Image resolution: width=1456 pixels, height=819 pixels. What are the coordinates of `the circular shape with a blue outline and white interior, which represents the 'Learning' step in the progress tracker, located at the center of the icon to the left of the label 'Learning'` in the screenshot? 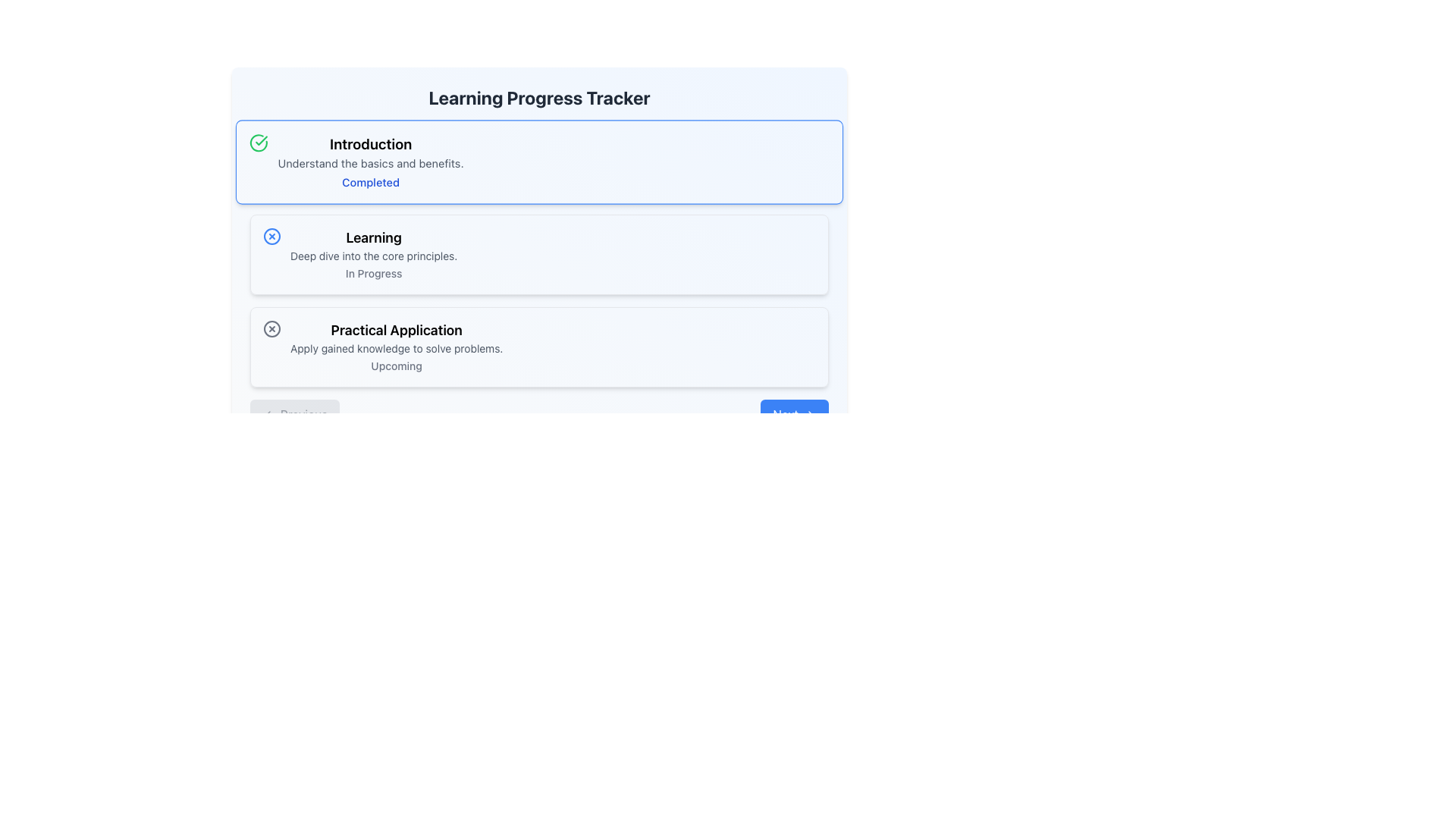 It's located at (272, 237).